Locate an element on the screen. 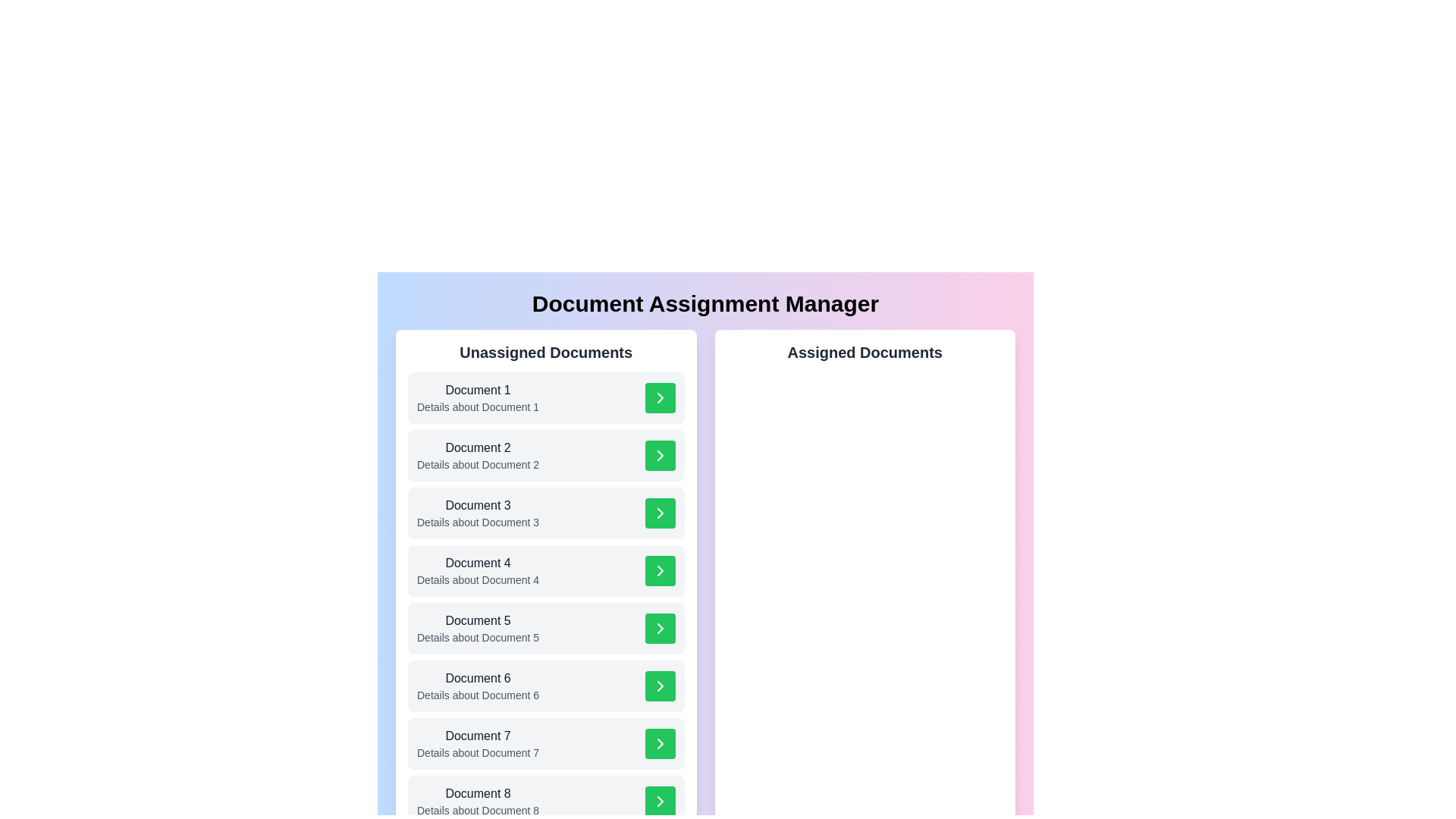 Image resolution: width=1456 pixels, height=819 pixels. the button located at the far right within the row labeled 'Document 2Details about Document 2' is located at coordinates (660, 455).